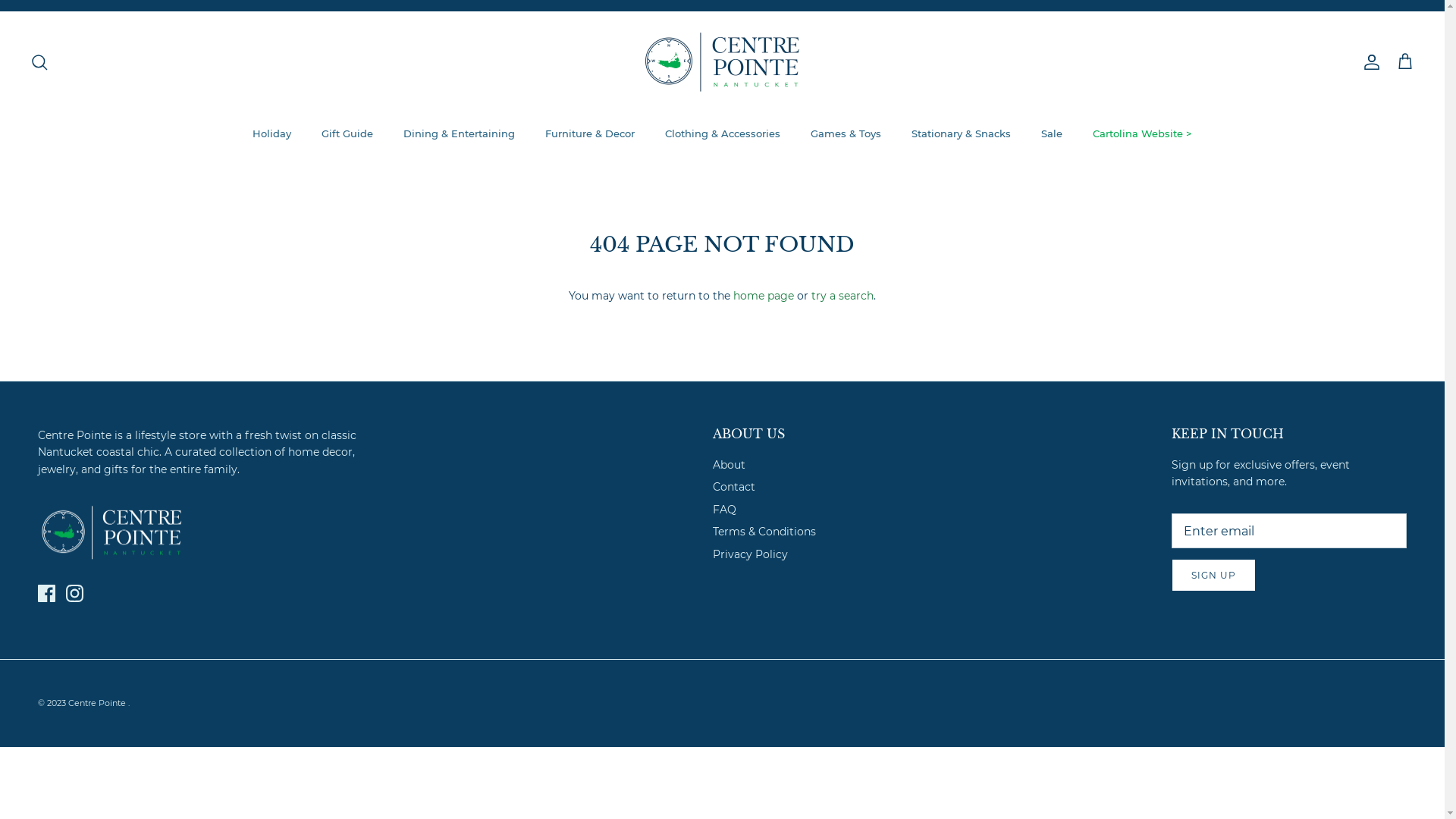 This screenshot has width=1456, height=819. What do you see at coordinates (750, 554) in the screenshot?
I see `'Privacy Policy'` at bounding box center [750, 554].